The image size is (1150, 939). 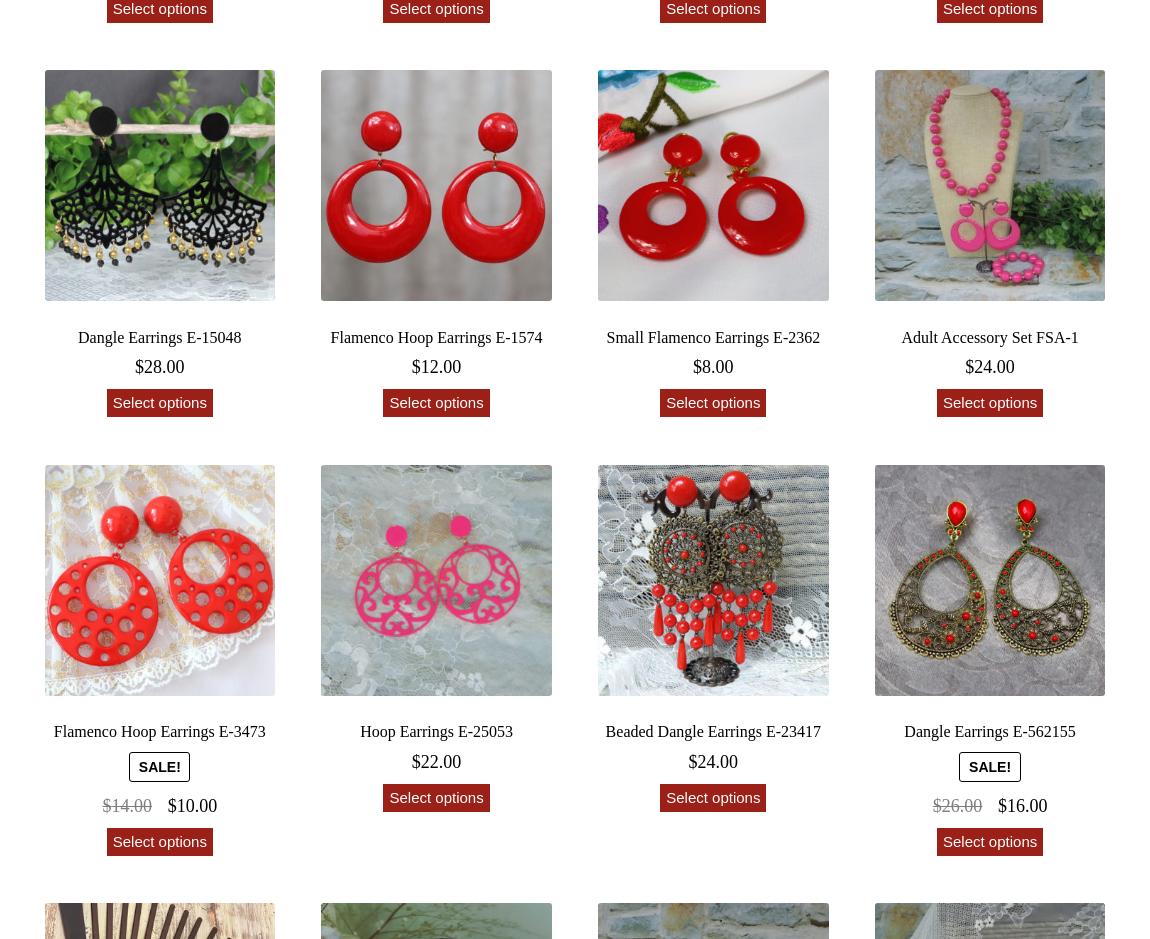 What do you see at coordinates (716, 366) in the screenshot?
I see `'8.00'` at bounding box center [716, 366].